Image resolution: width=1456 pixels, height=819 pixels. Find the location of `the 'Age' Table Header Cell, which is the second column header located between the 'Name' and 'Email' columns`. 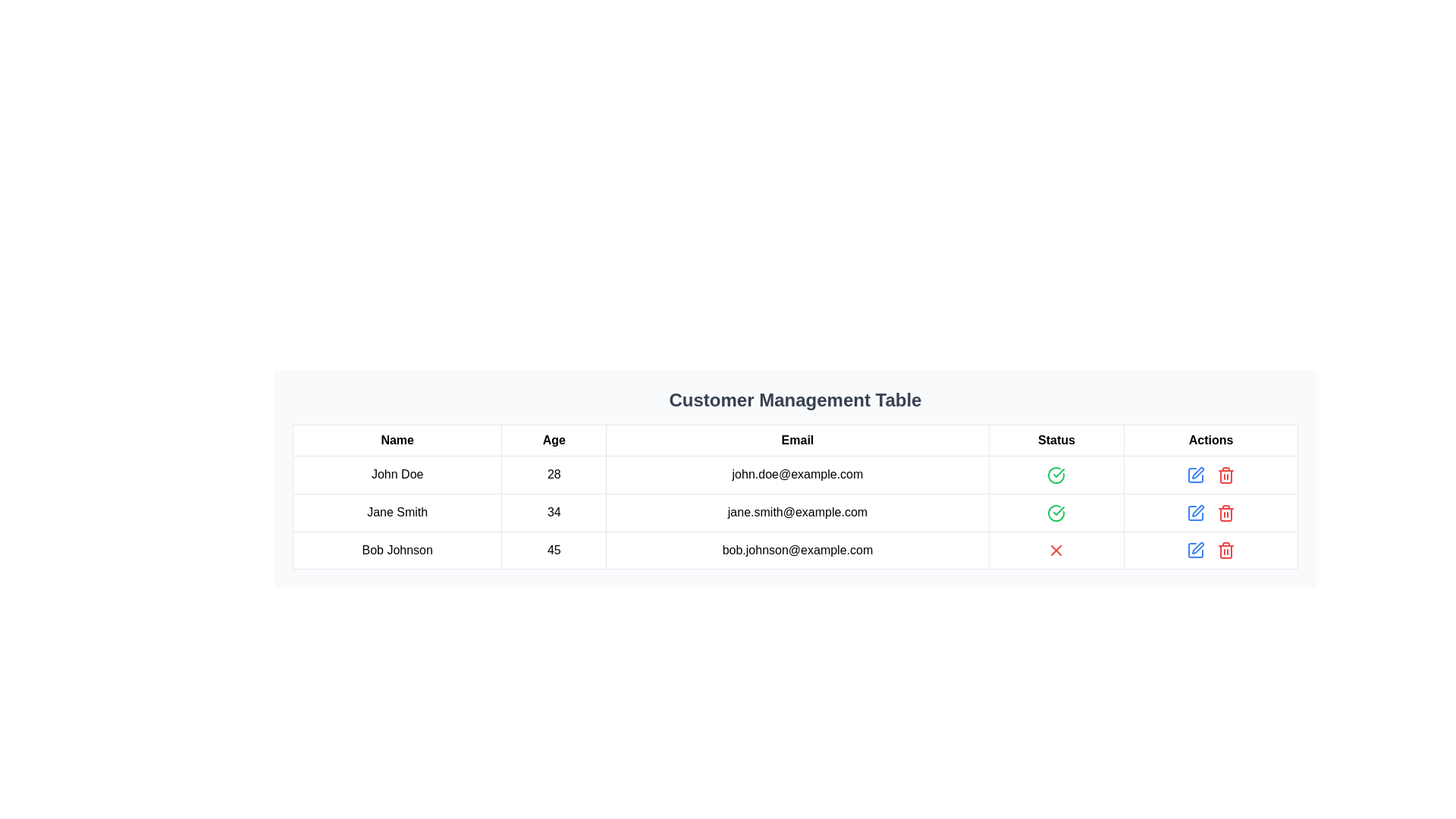

the 'Age' Table Header Cell, which is the second column header located between the 'Name' and 'Email' columns is located at coordinates (553, 441).